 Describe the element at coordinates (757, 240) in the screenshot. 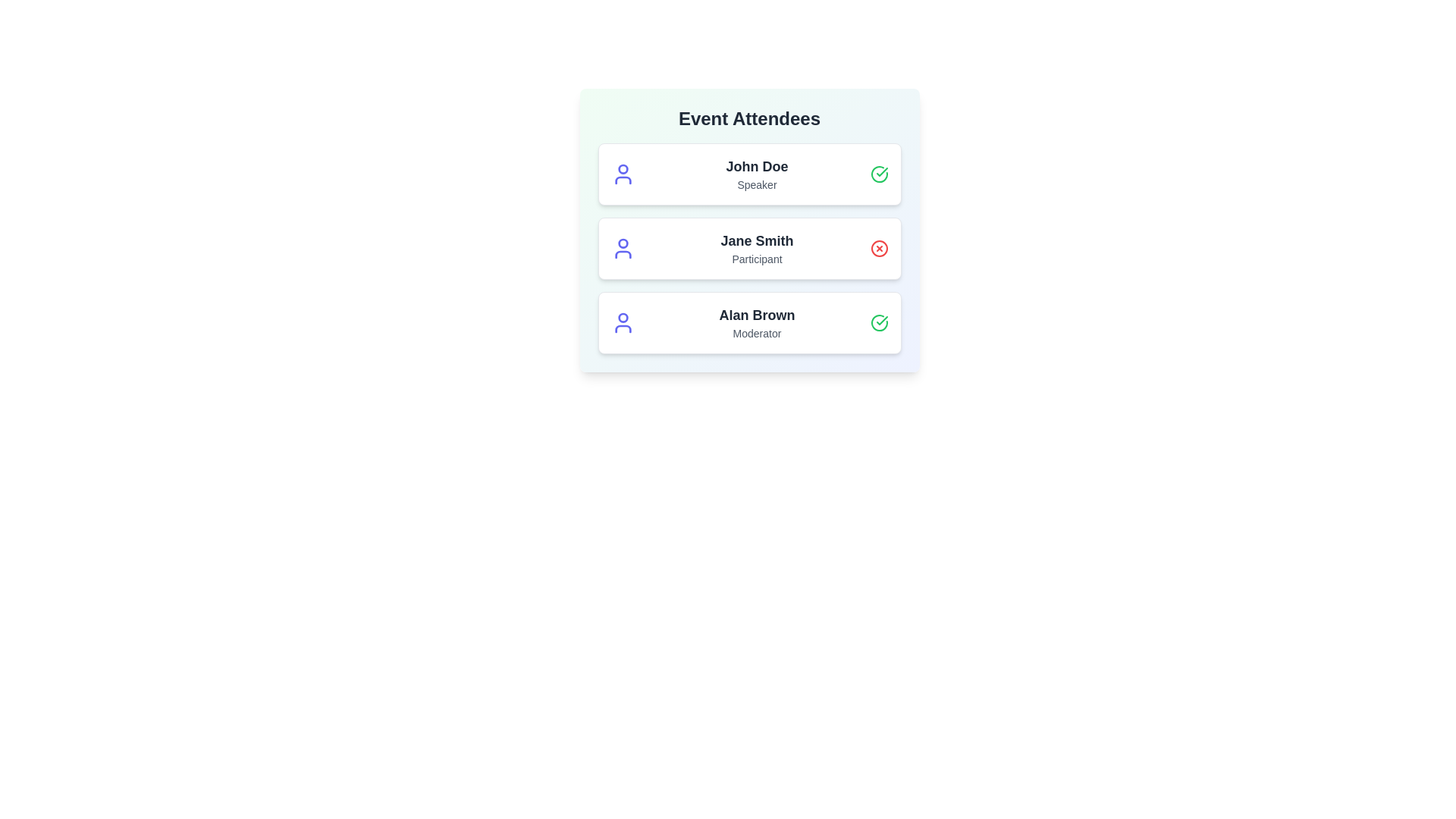

I see `the name of an attendee to view their details. The attendee can be selected using the parameter Jane Smith` at that location.